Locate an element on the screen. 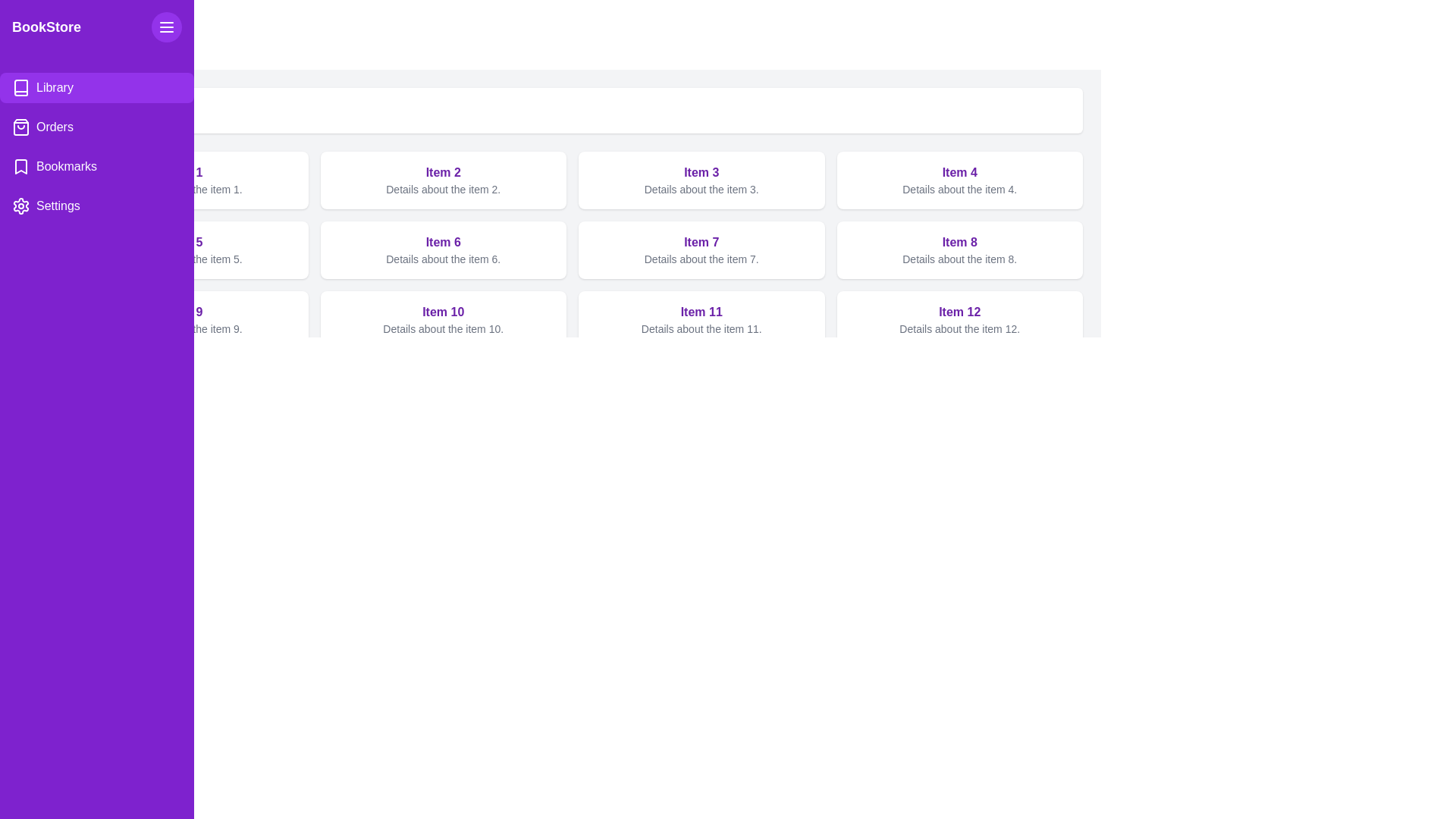 Image resolution: width=1456 pixels, height=819 pixels. the open book icon located next to the 'Library' text in the navigation panel is located at coordinates (21, 87).